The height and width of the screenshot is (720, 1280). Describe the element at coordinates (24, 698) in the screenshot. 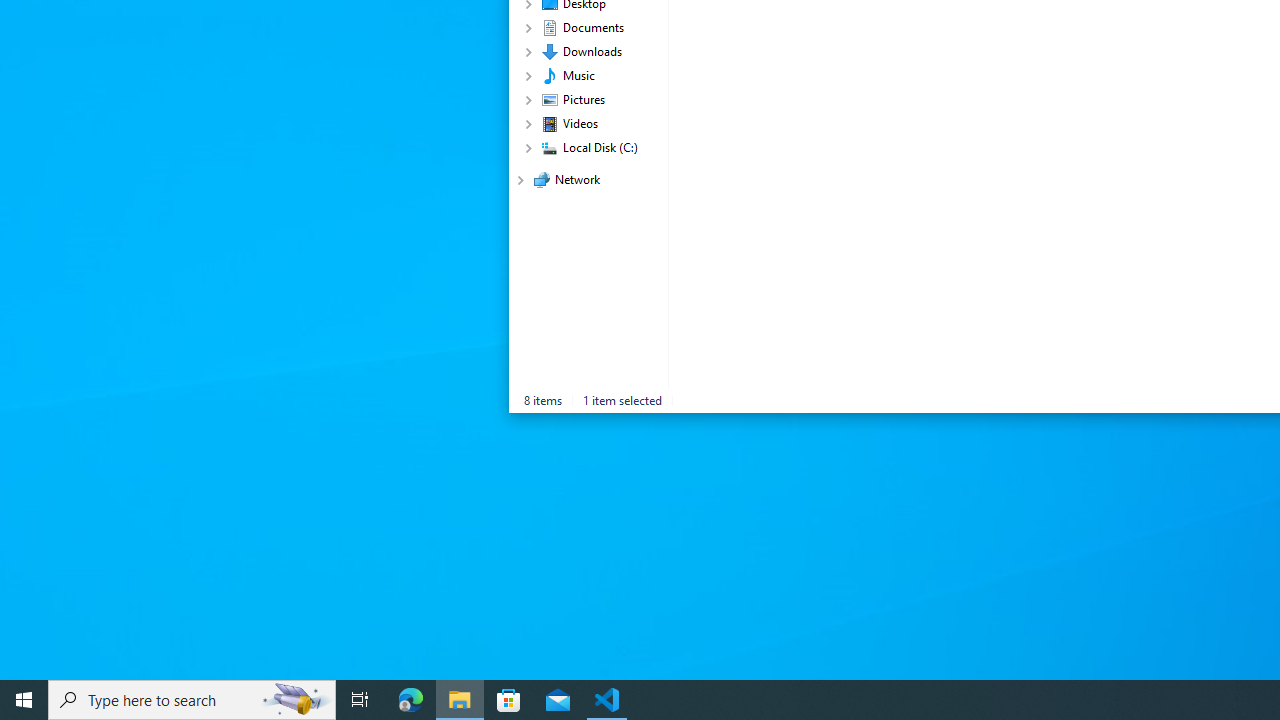

I see `'Start'` at that location.